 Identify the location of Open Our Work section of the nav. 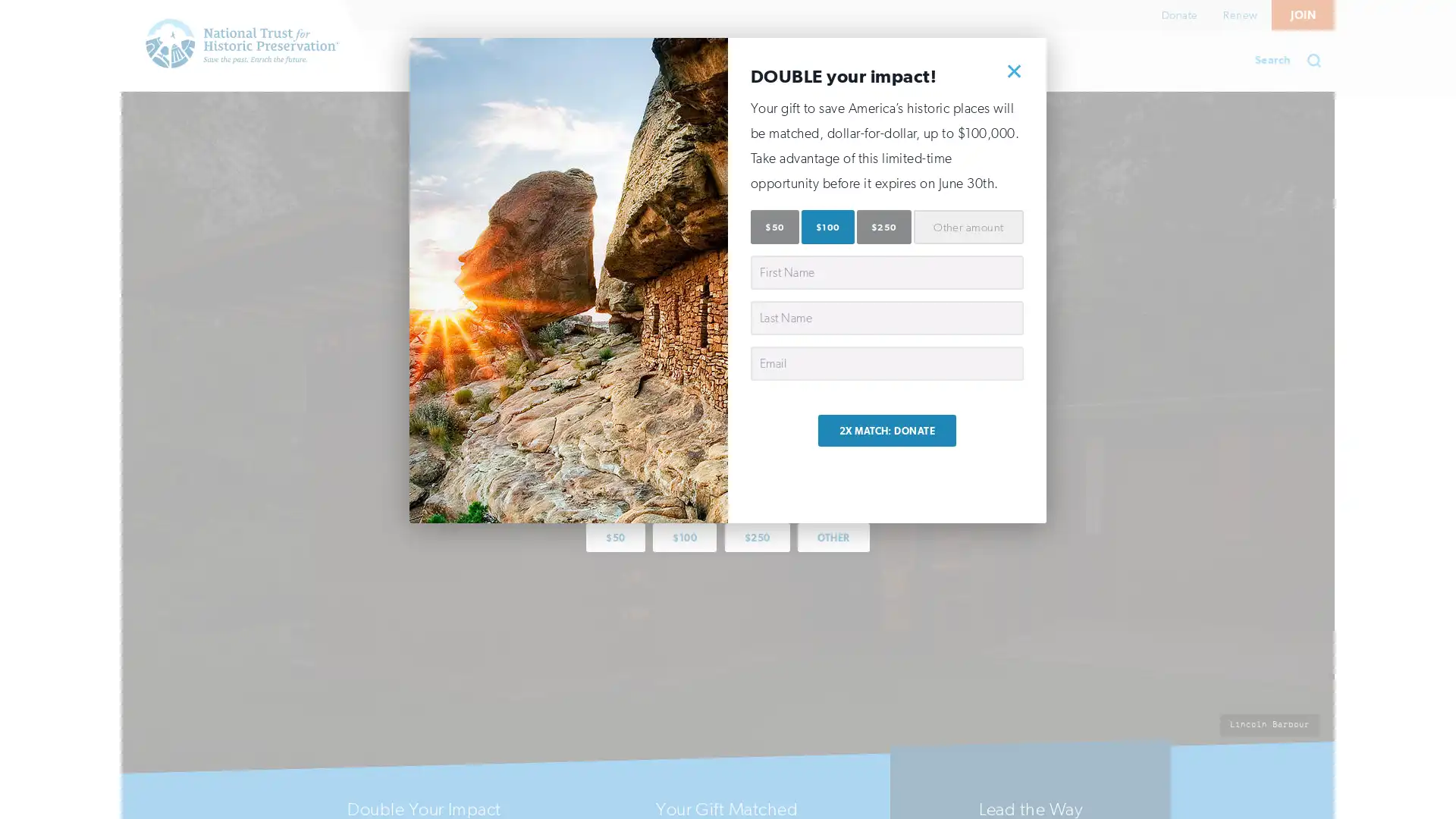
(739, 60).